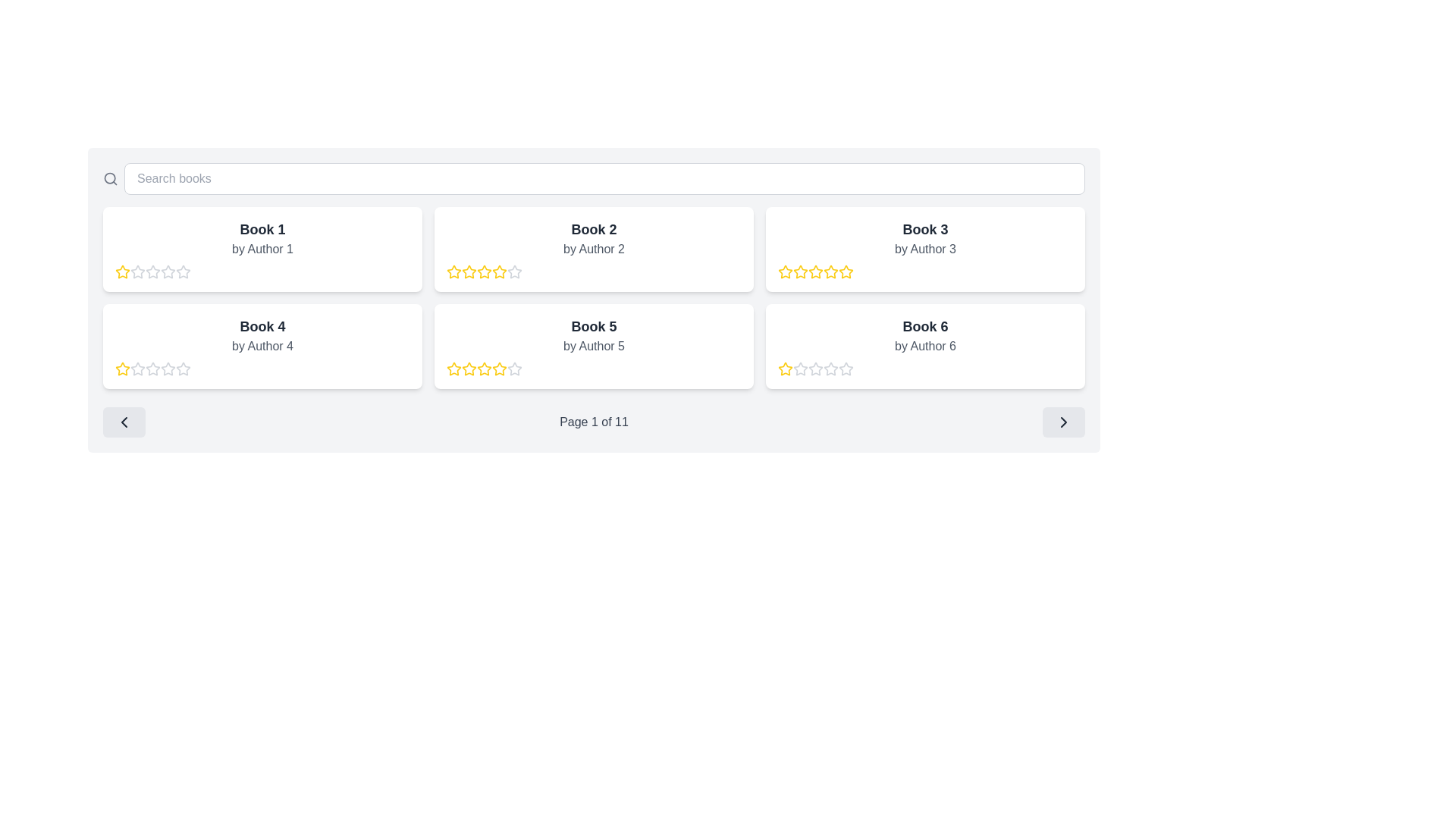 The height and width of the screenshot is (819, 1456). Describe the element at coordinates (168, 369) in the screenshot. I see `the second star icon in the rating bar for the book titled 'Book 4', which is styled with a gray outline and has a sharp-edged star shape` at that location.